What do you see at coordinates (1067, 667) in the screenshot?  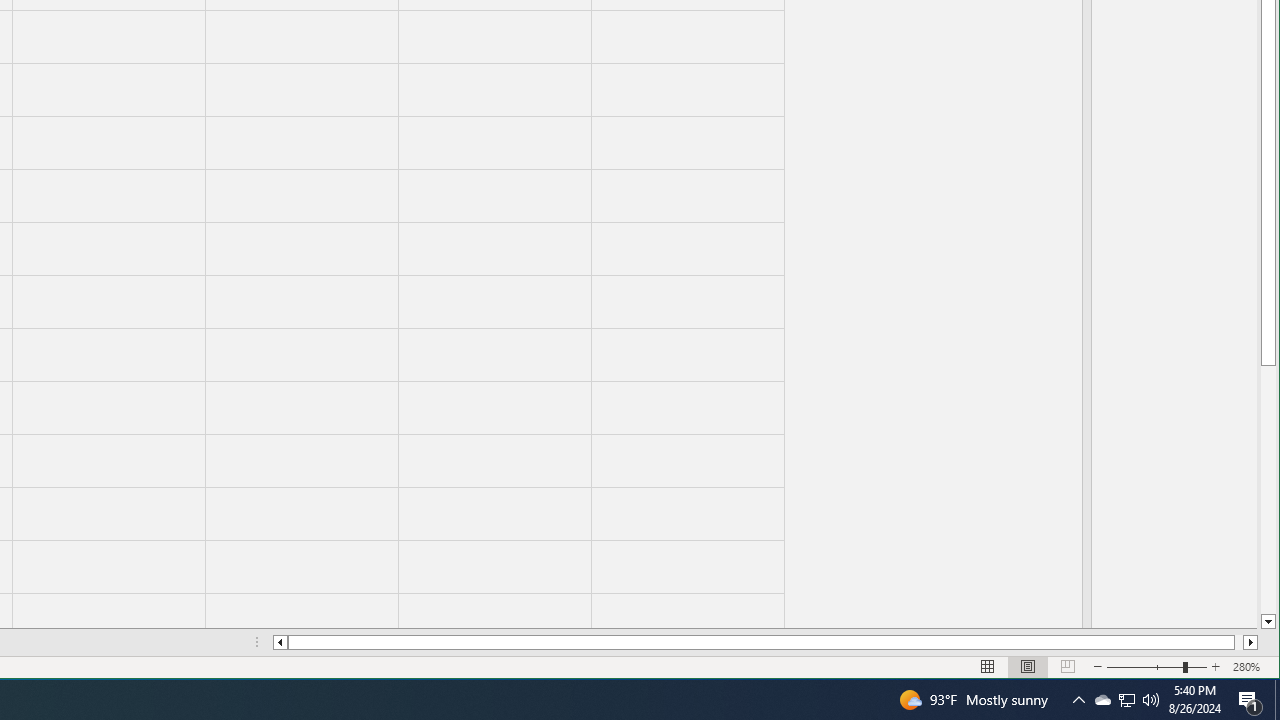 I see `'Page Break Preview'` at bounding box center [1067, 667].